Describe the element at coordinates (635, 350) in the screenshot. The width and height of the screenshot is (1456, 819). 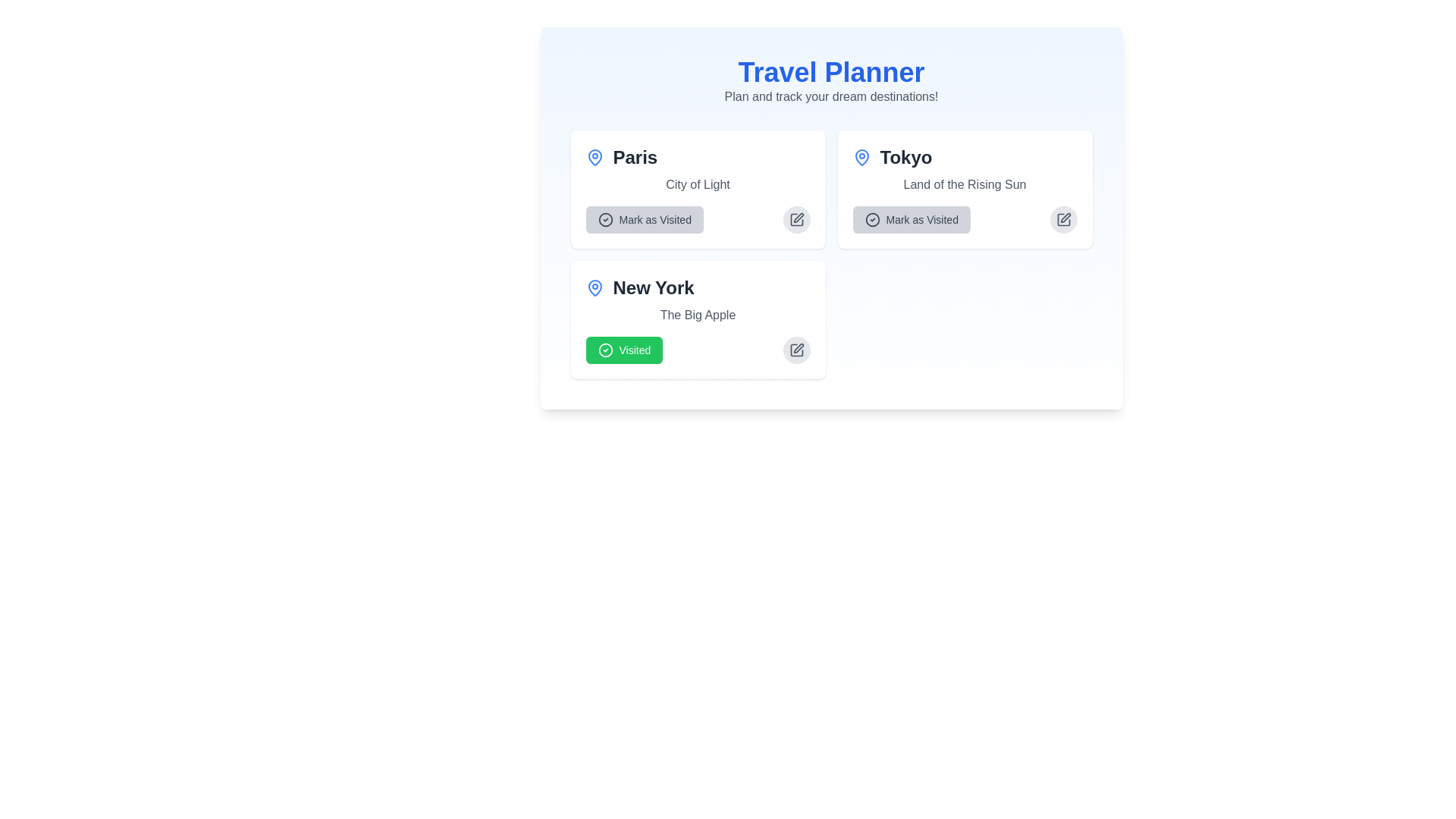
I see `text indicating that the associated location has been visited, located in the bottom-left corner of the 'New York' card as part of a button` at that location.